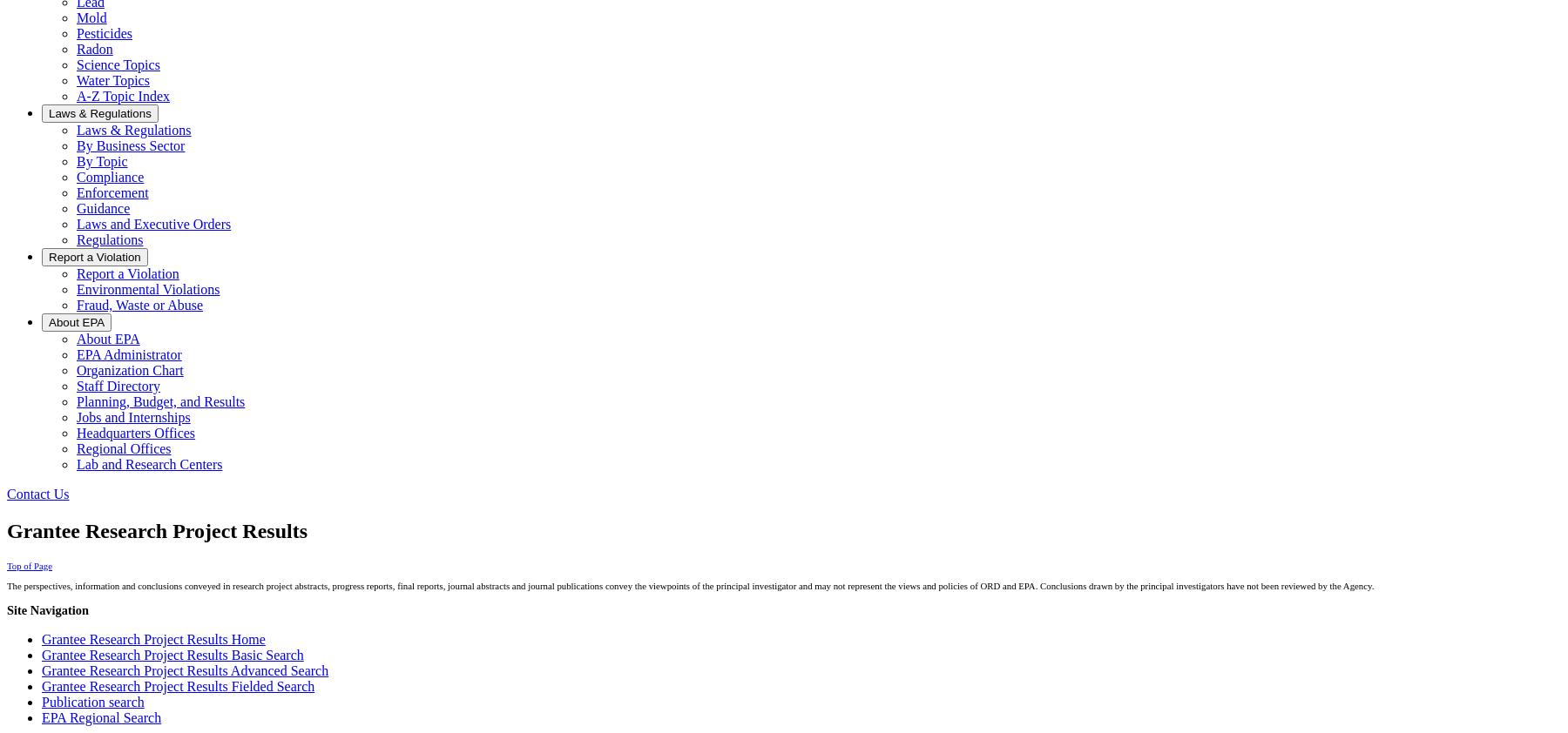  What do you see at coordinates (76, 208) in the screenshot?
I see `'Guidance'` at bounding box center [76, 208].